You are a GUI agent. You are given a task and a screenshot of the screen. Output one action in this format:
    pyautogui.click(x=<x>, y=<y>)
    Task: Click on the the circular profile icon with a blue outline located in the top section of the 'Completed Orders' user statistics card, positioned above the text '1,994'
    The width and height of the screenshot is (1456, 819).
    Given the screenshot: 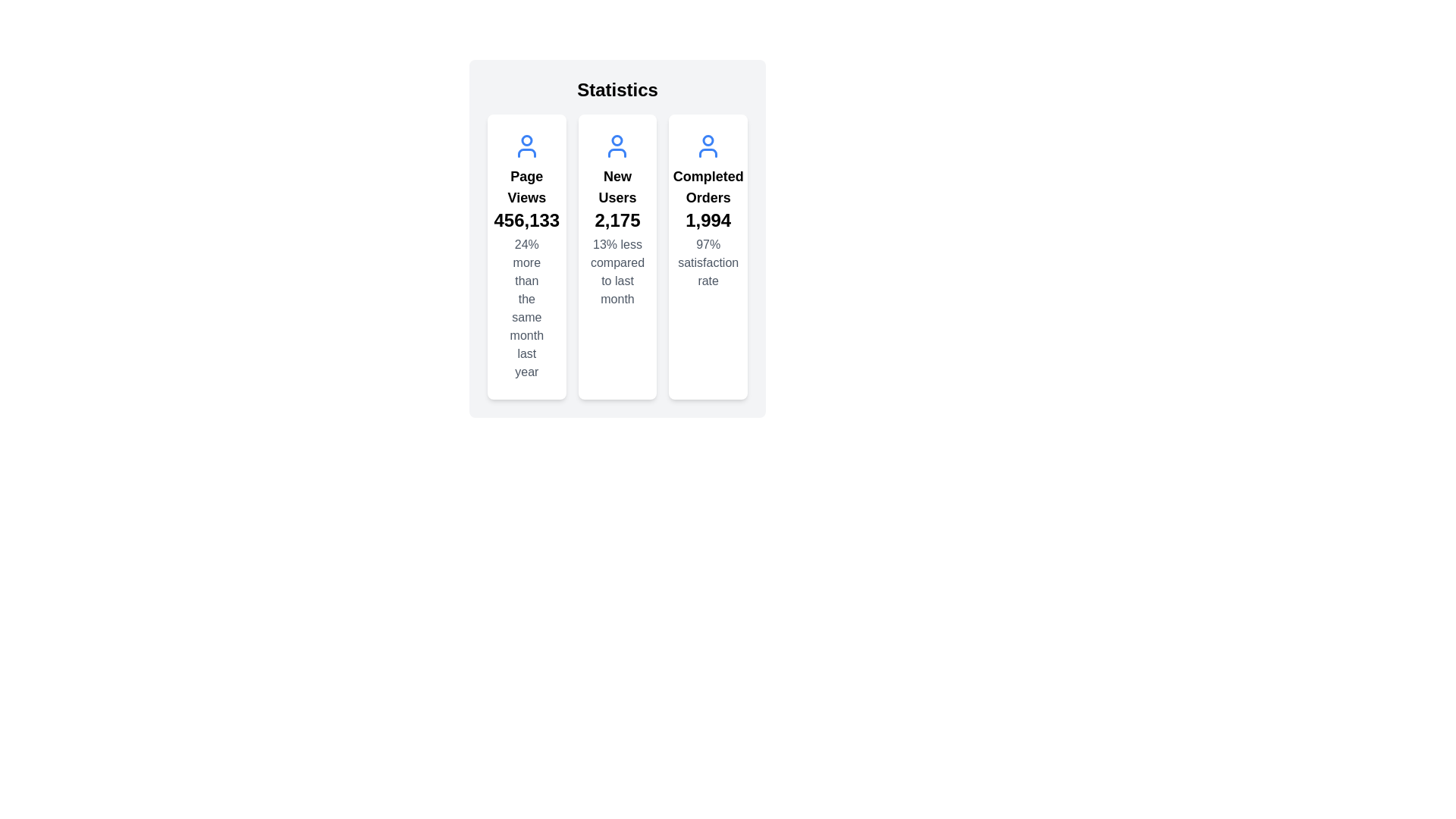 What is the action you would take?
    pyautogui.click(x=708, y=140)
    